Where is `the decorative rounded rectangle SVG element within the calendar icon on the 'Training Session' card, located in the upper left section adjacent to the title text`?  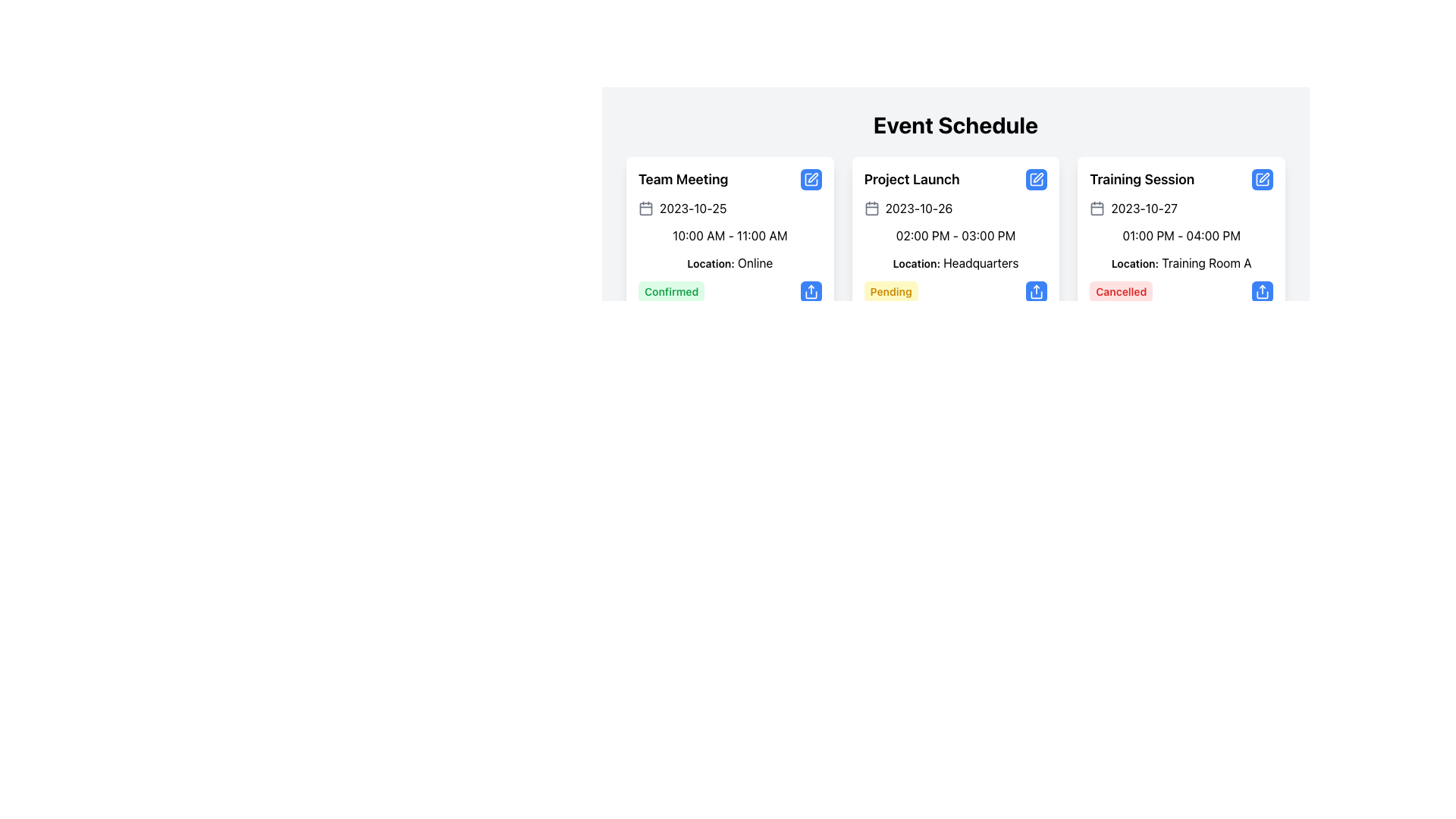
the decorative rounded rectangle SVG element within the calendar icon on the 'Training Session' card, located in the upper left section adjacent to the title text is located at coordinates (1097, 209).